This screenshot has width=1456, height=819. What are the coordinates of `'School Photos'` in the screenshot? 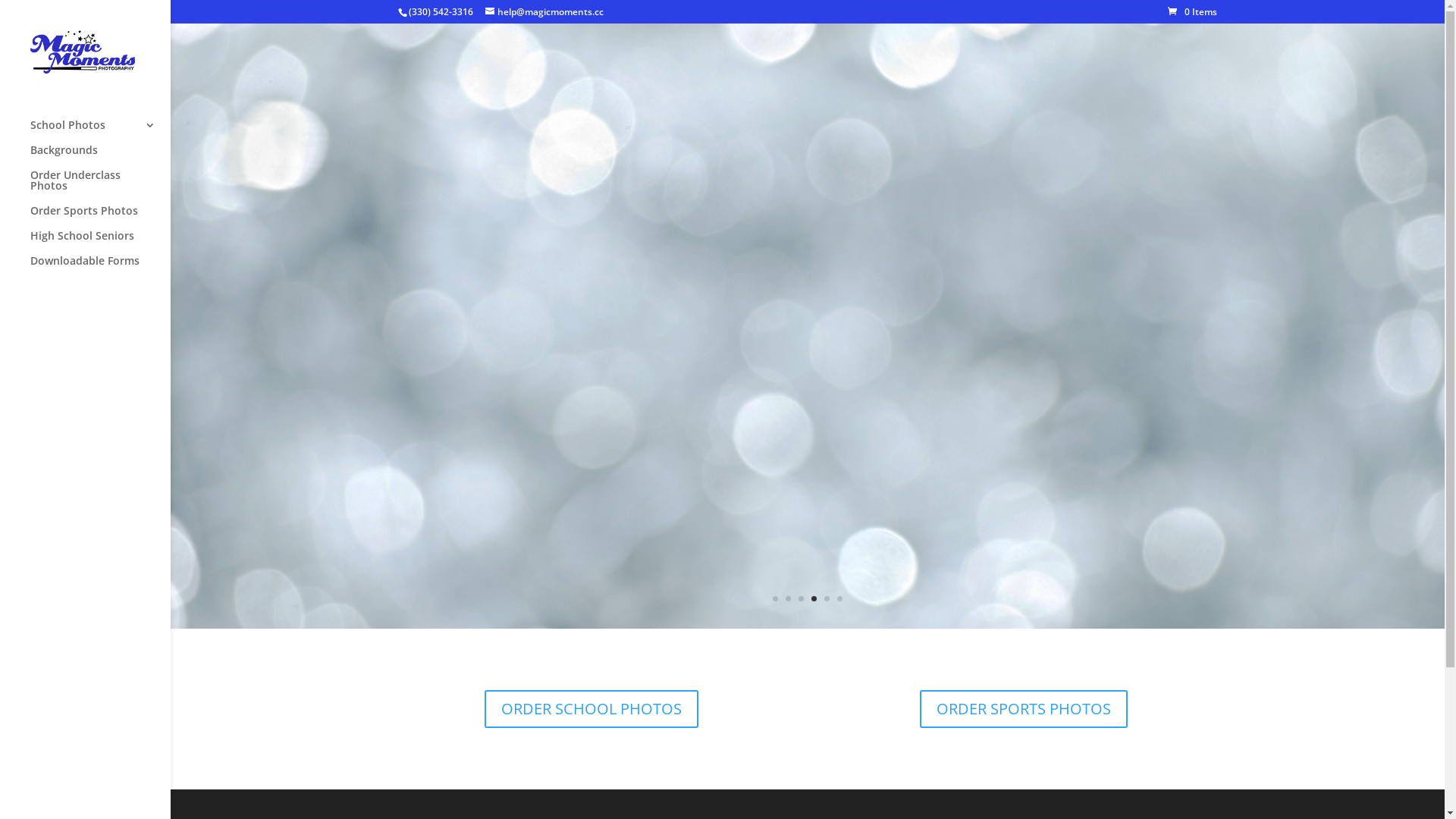 It's located at (99, 131).